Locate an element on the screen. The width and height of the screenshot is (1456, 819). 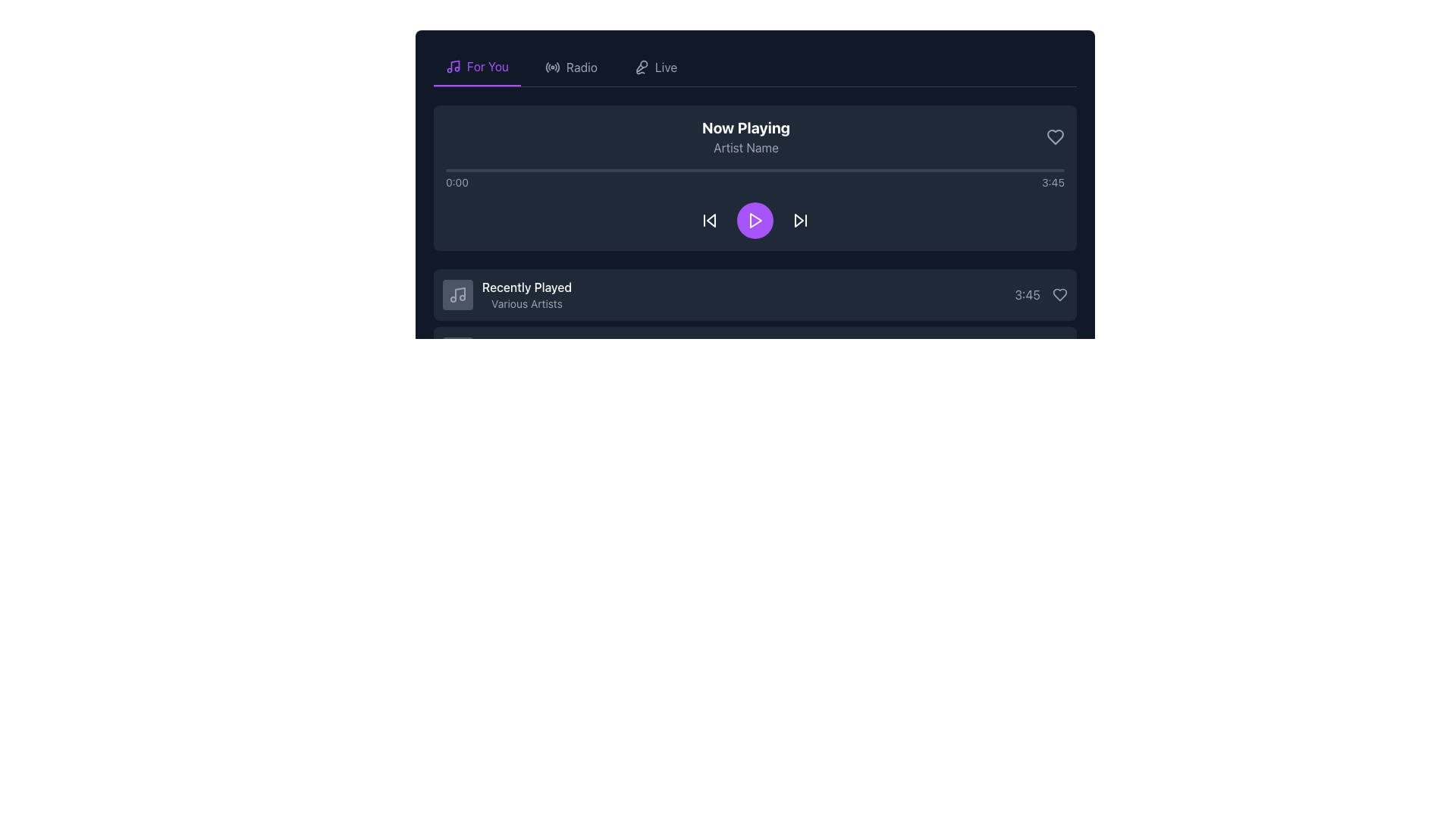
the displayed text '0:00' from the Text Label located at the left side of the progress bar in the Now Playing section is located at coordinates (457, 181).